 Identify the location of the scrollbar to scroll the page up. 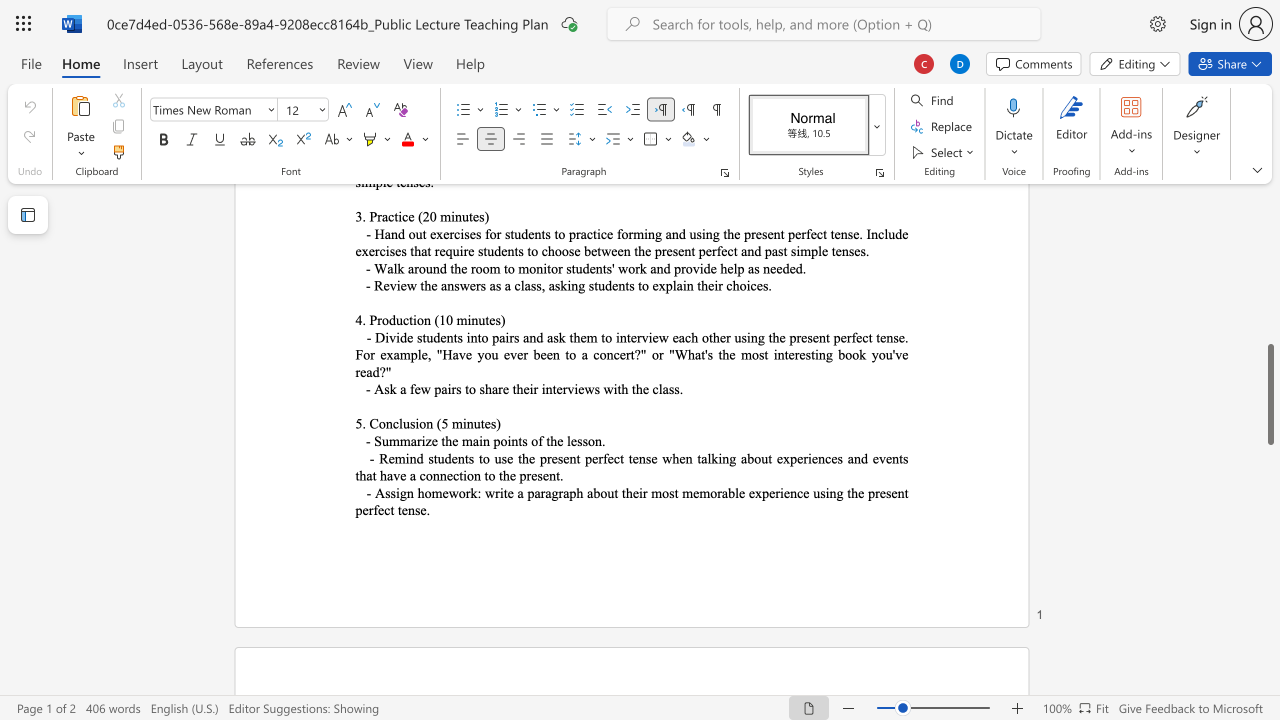
(1269, 270).